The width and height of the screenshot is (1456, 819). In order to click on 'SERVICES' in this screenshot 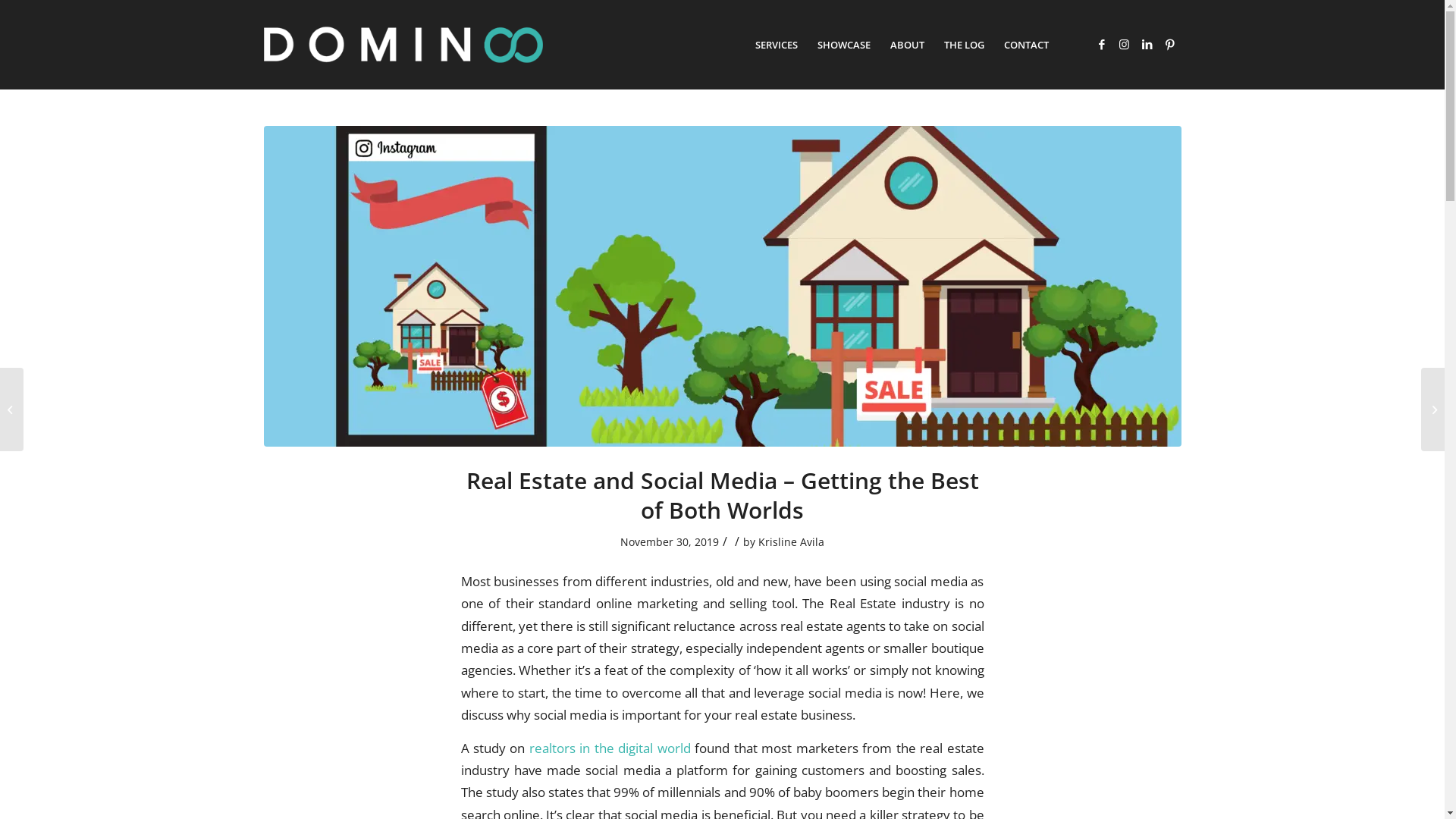, I will do `click(775, 43)`.